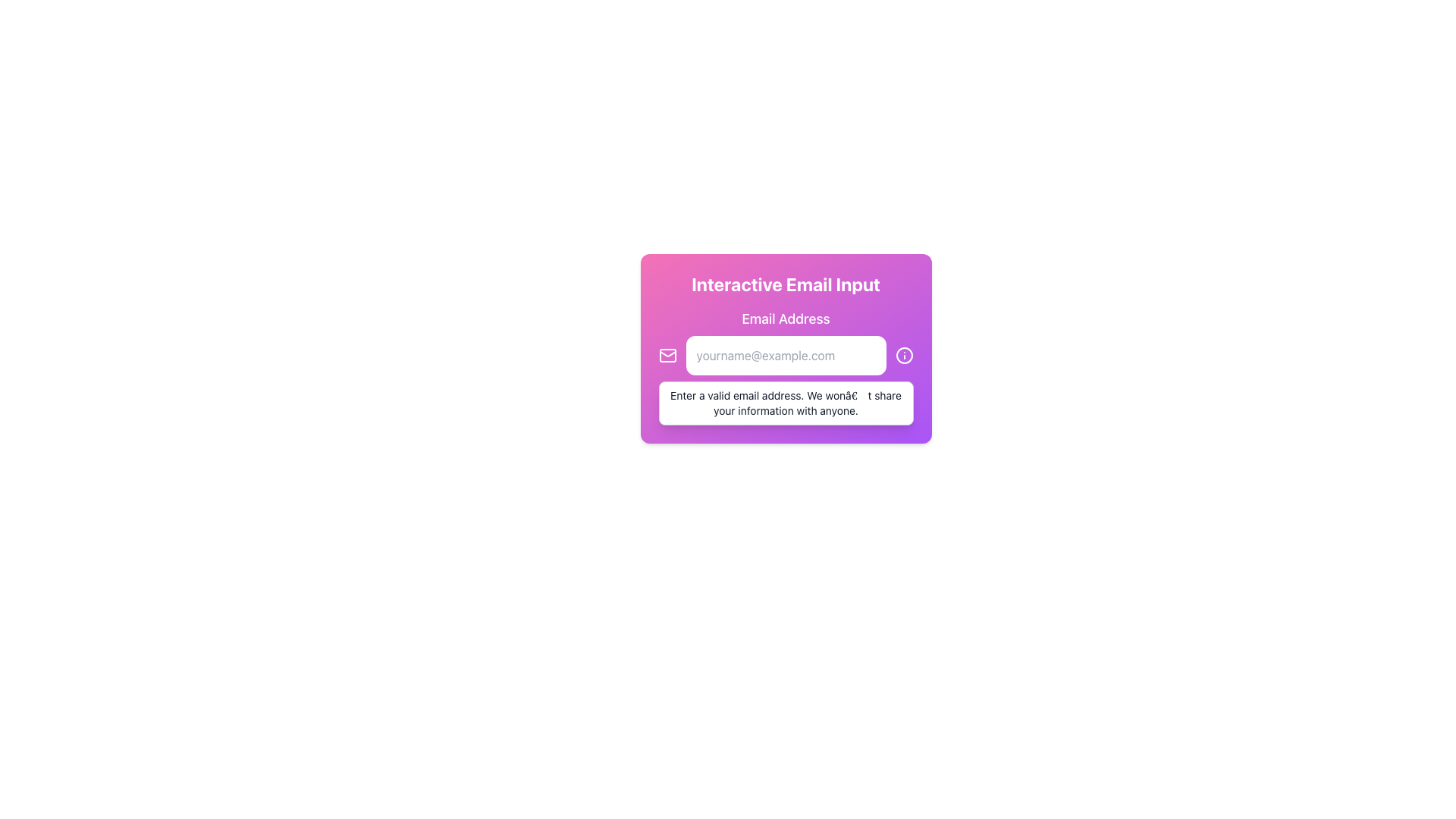 The width and height of the screenshot is (1456, 819). Describe the element at coordinates (786, 356) in the screenshot. I see `the email input field with placeholder text 'yourname@example.com' to focus on it` at that location.